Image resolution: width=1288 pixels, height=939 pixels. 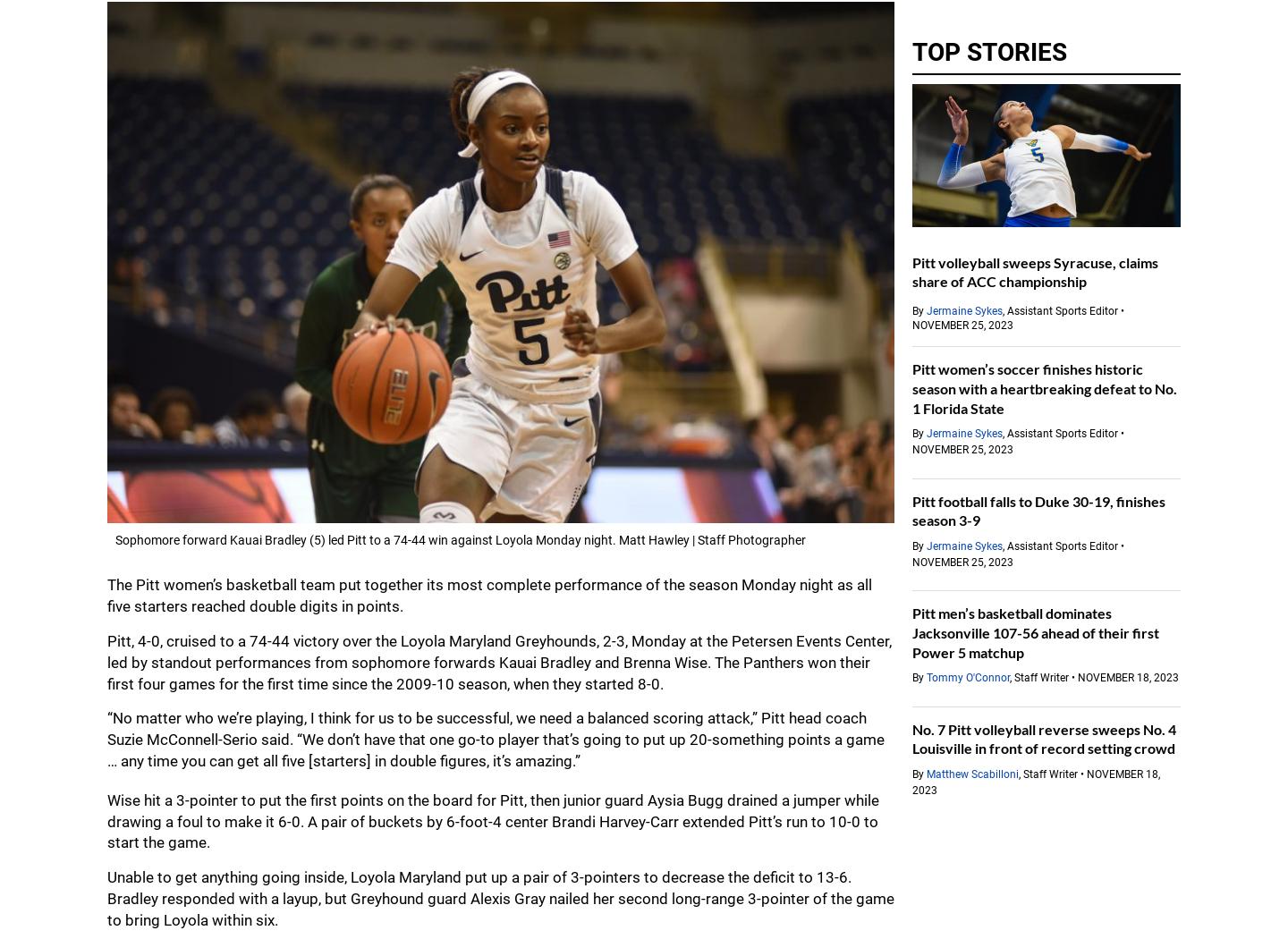 I want to click on 'Wise hit a 3-pointer to put the first points on the board for Pitt, then junior guard Aysia Bugg drained a jumper while drawing a foul to make it 6-0. A pair of buckets by 6-foot-4 center Brandi Harvey-Carr extended Pitt’s run to 10-0 to start the game.', so click(x=493, y=821).